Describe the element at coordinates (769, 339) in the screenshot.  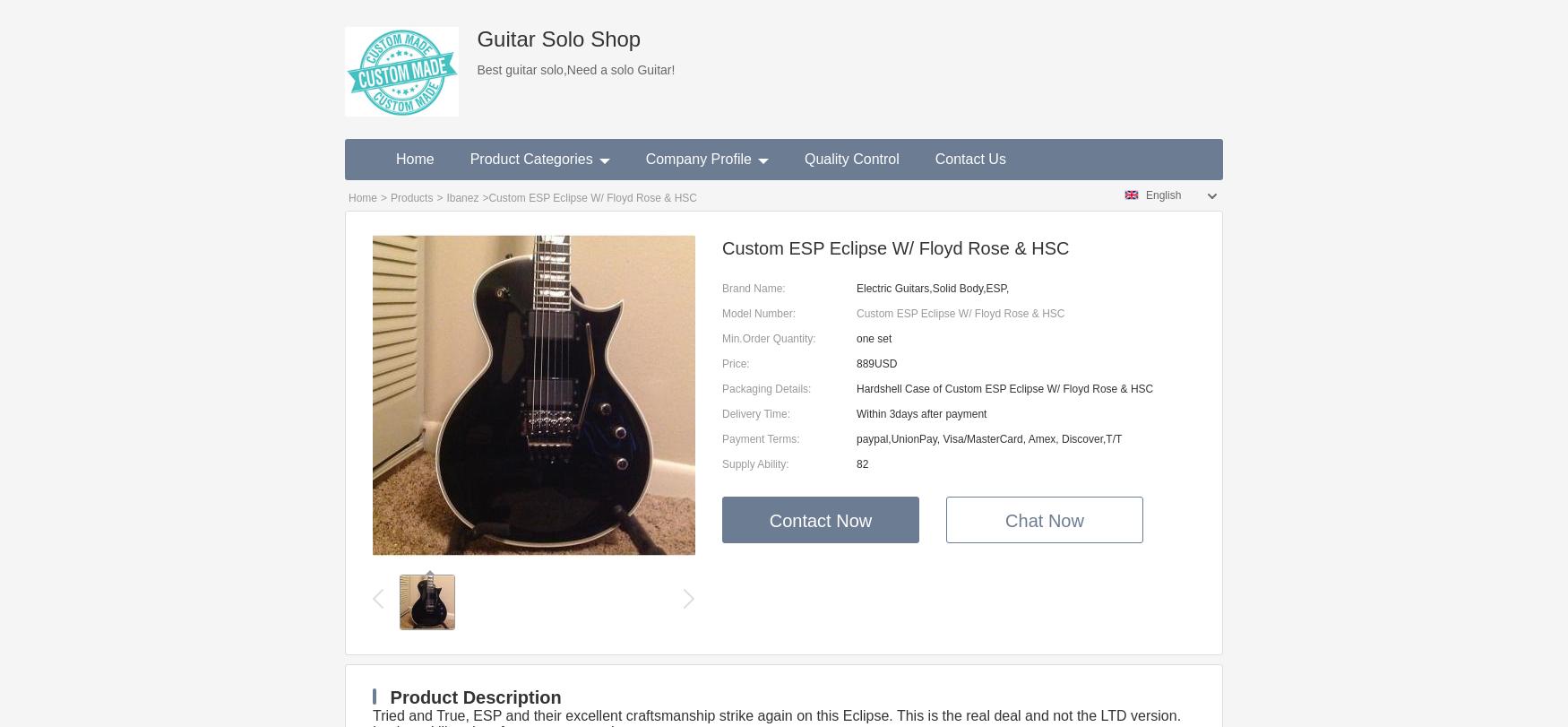
I see `'Min.Order Quantity:'` at that location.